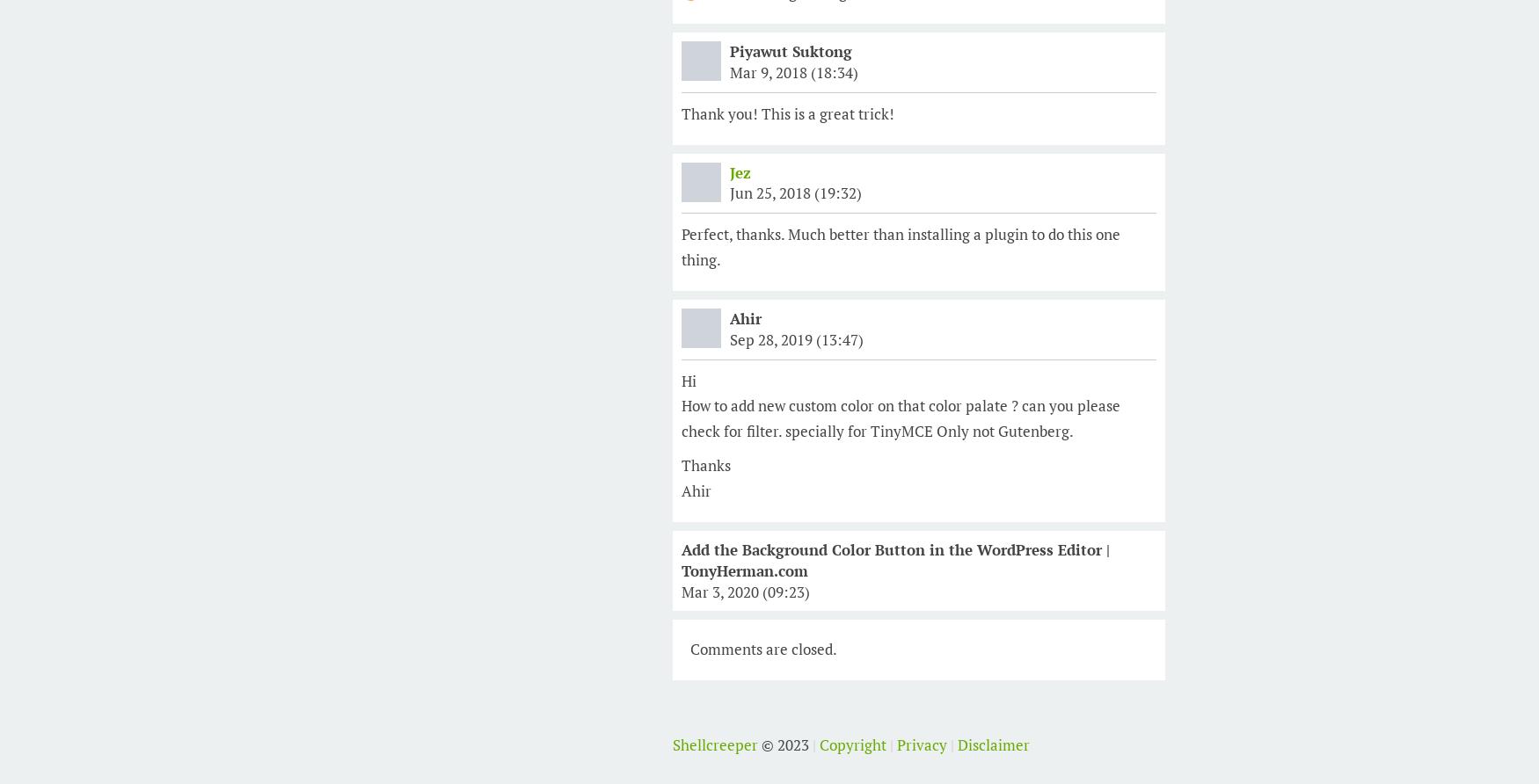 The image size is (1539, 784). Describe the element at coordinates (819, 744) in the screenshot. I see `'Copyright'` at that location.